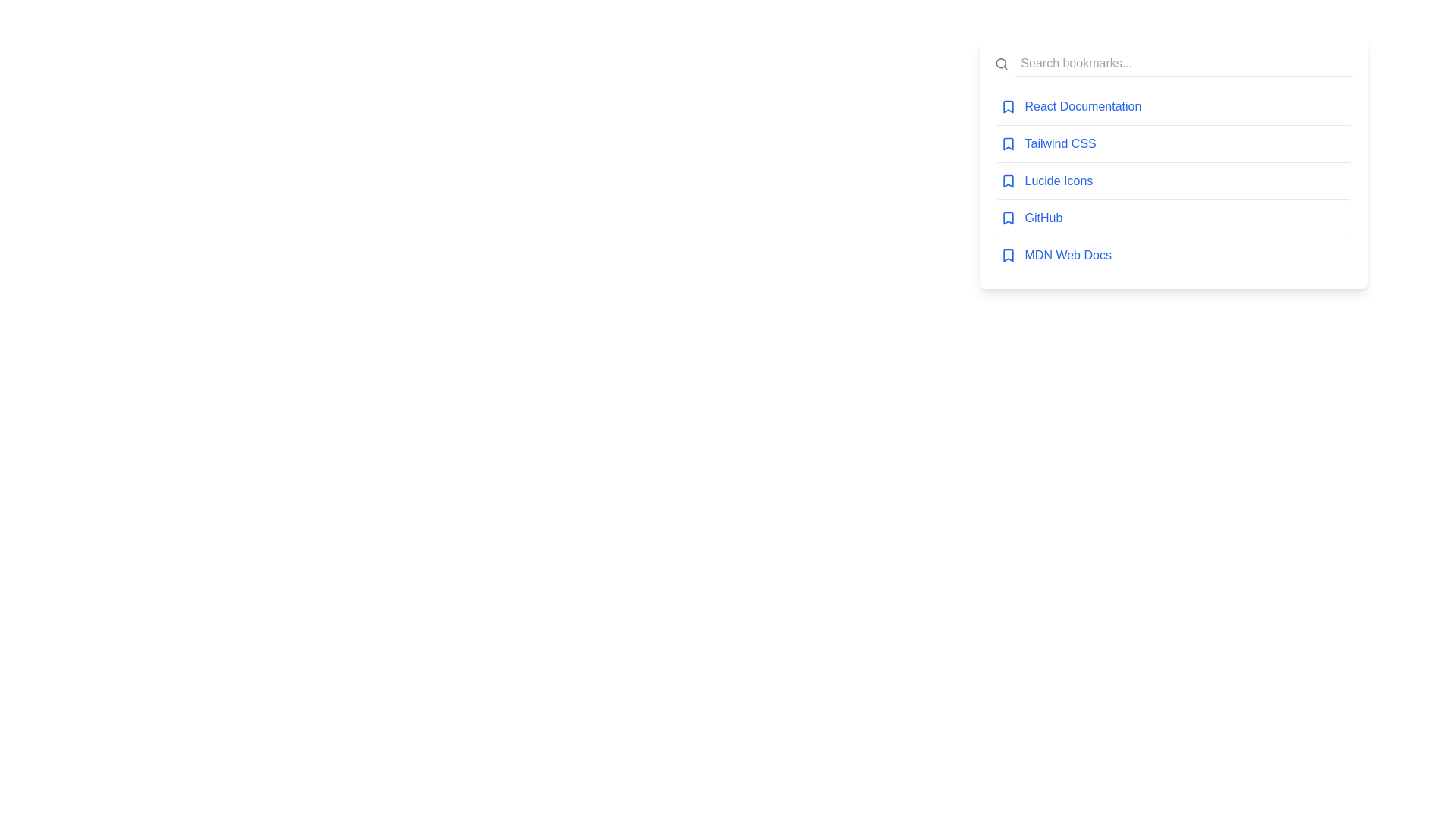 Image resolution: width=1456 pixels, height=819 pixels. Describe the element at coordinates (1043, 218) in the screenshot. I see `the bookmark link for GitHub to navigate to the respective page` at that location.